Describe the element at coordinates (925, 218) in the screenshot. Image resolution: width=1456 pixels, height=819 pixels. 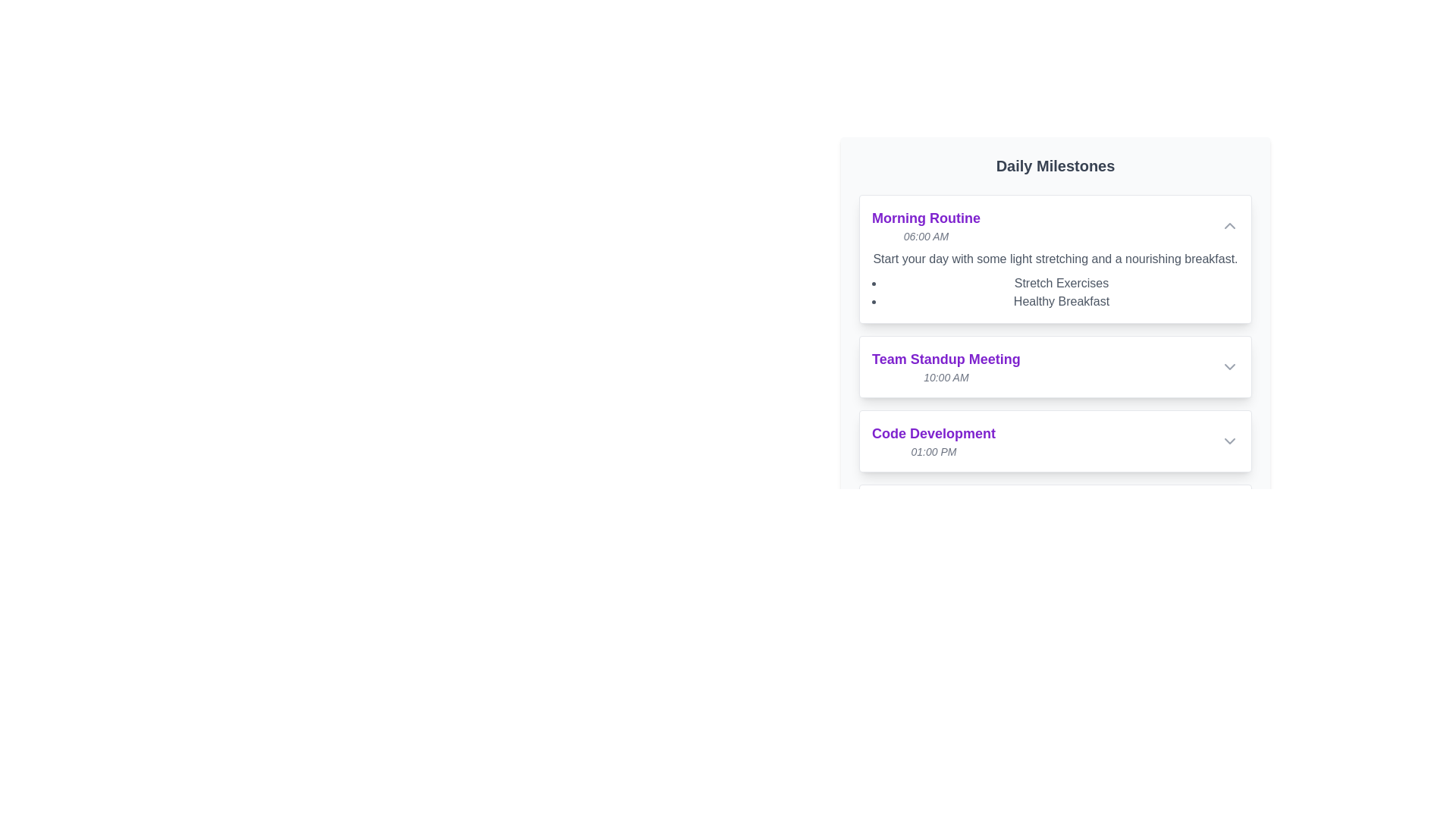
I see `the text label representing the title of the milestone 'Morning Routine06:00 AM', which is positioned above the time '06:00 AM'` at that location.